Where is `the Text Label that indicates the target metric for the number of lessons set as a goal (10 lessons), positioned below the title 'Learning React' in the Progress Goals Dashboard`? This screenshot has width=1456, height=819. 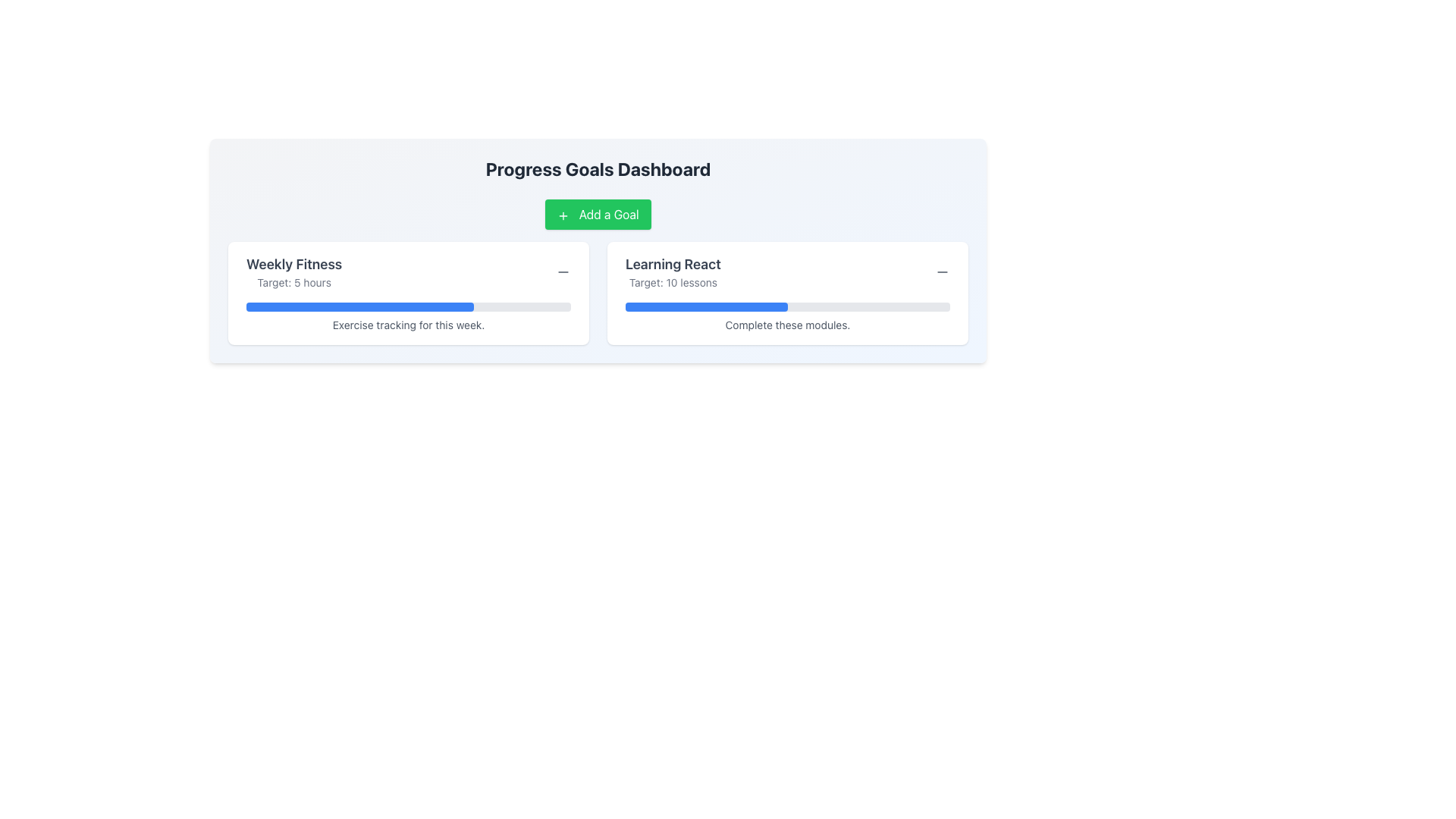 the Text Label that indicates the target metric for the number of lessons set as a goal (10 lessons), positioned below the title 'Learning React' in the Progress Goals Dashboard is located at coordinates (673, 283).